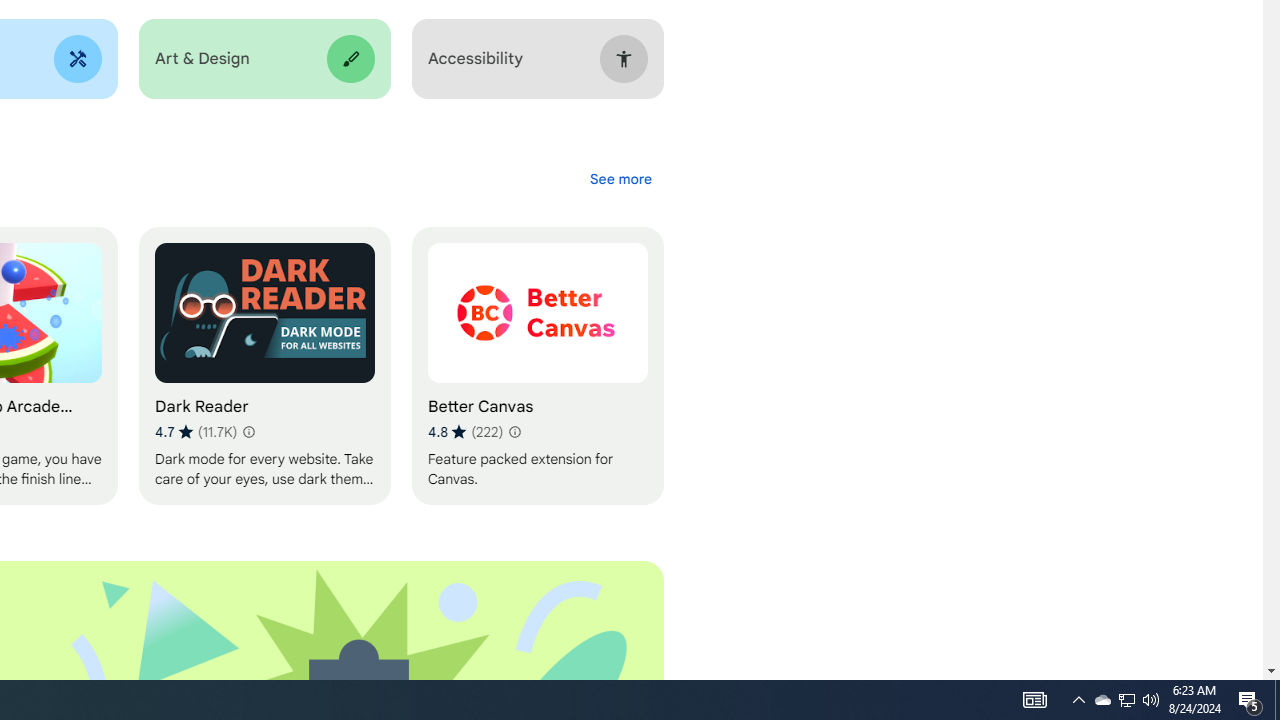 The image size is (1280, 720). Describe the element at coordinates (263, 366) in the screenshot. I see `'Dark Reader'` at that location.